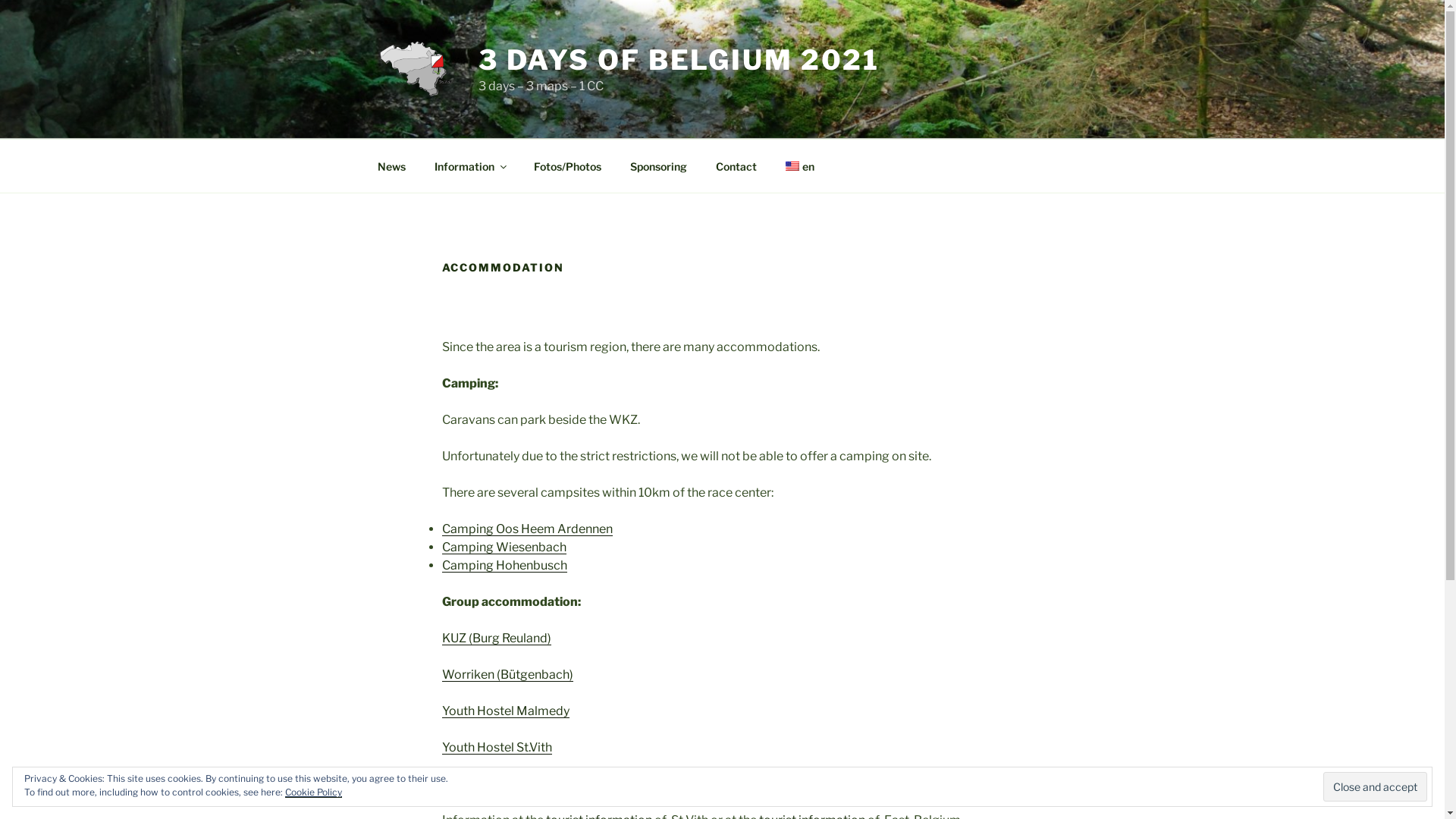 The height and width of the screenshot is (819, 1456). What do you see at coordinates (469, 165) in the screenshot?
I see `'Information'` at bounding box center [469, 165].